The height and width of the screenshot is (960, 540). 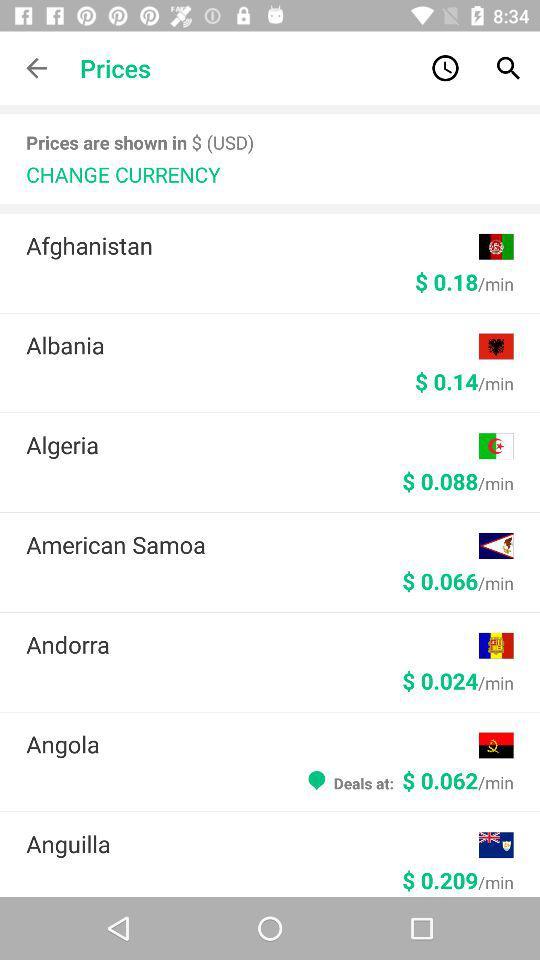 I want to click on icon below the $ 0.088/min, so click(x=252, y=544).